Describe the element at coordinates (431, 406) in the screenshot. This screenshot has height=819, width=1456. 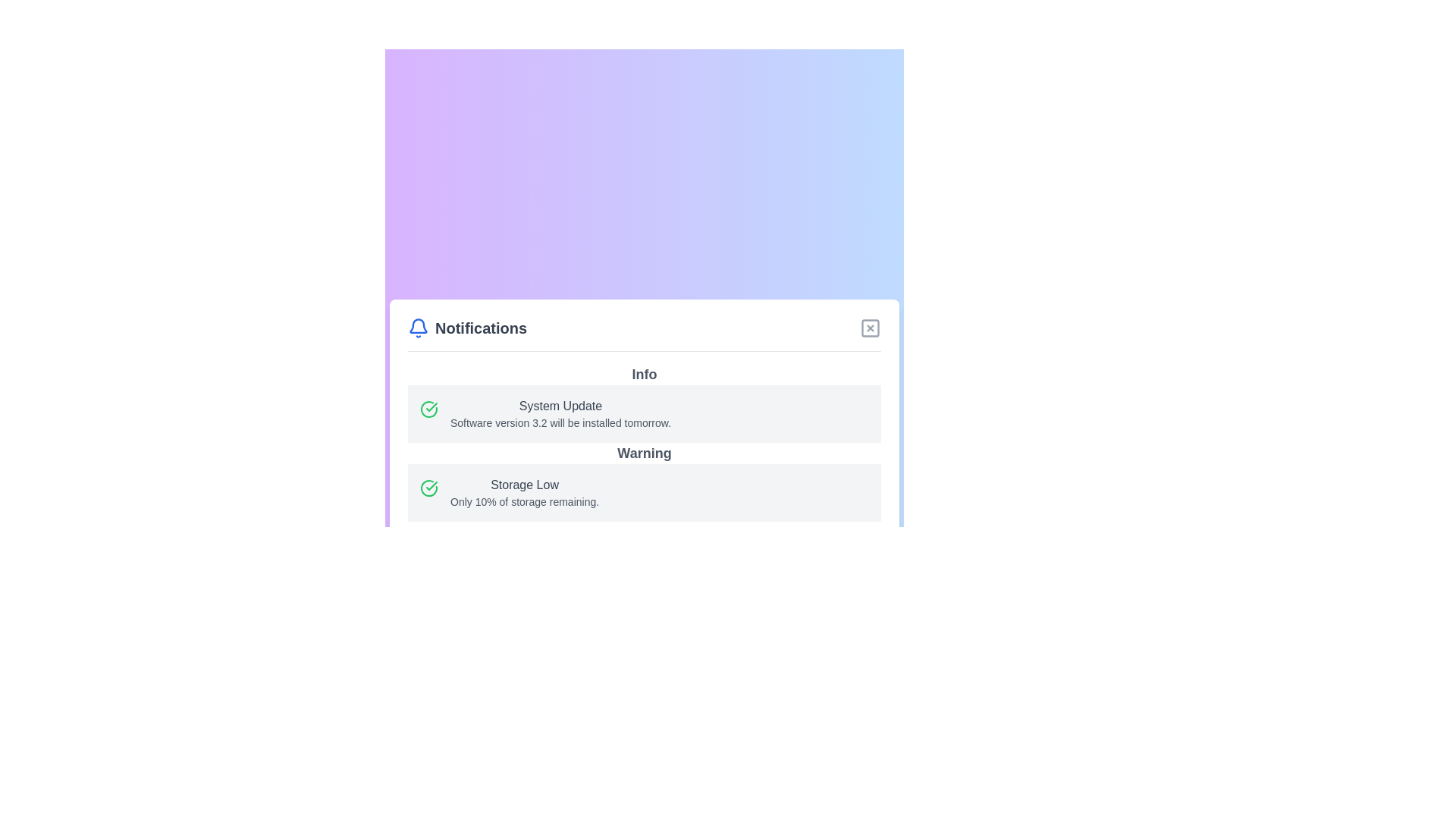
I see `the green checkmark icon adjacent to the 'Storage Low' text in the 'Warning' notification section` at that location.